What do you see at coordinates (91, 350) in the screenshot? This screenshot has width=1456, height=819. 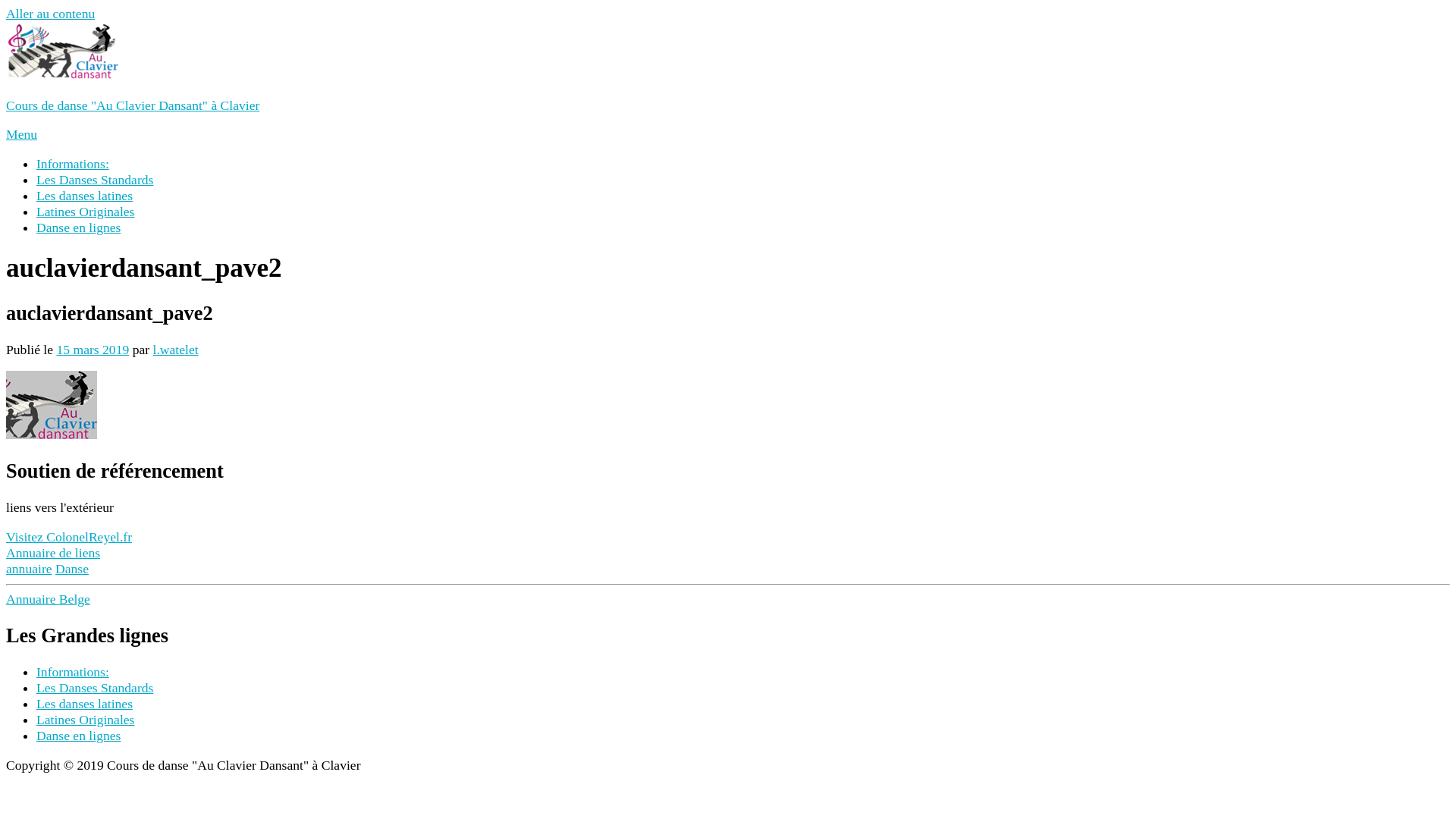 I see `'15 mars 2019'` at bounding box center [91, 350].